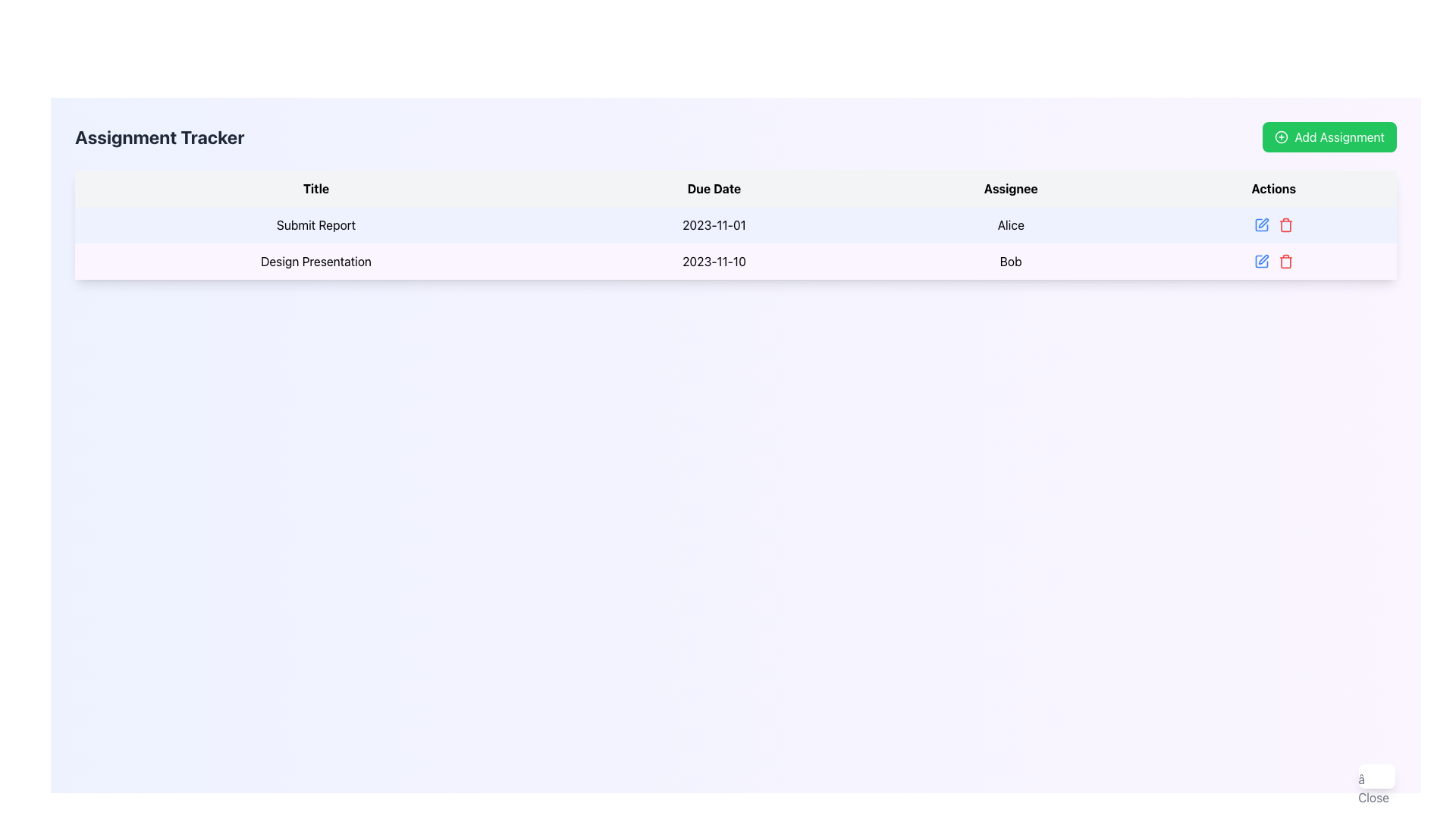  What do you see at coordinates (1011, 225) in the screenshot?
I see `the text label displaying 'Alice', which is the third column in a row under the 'Assignee' header for the 'Submit Report' task` at bounding box center [1011, 225].